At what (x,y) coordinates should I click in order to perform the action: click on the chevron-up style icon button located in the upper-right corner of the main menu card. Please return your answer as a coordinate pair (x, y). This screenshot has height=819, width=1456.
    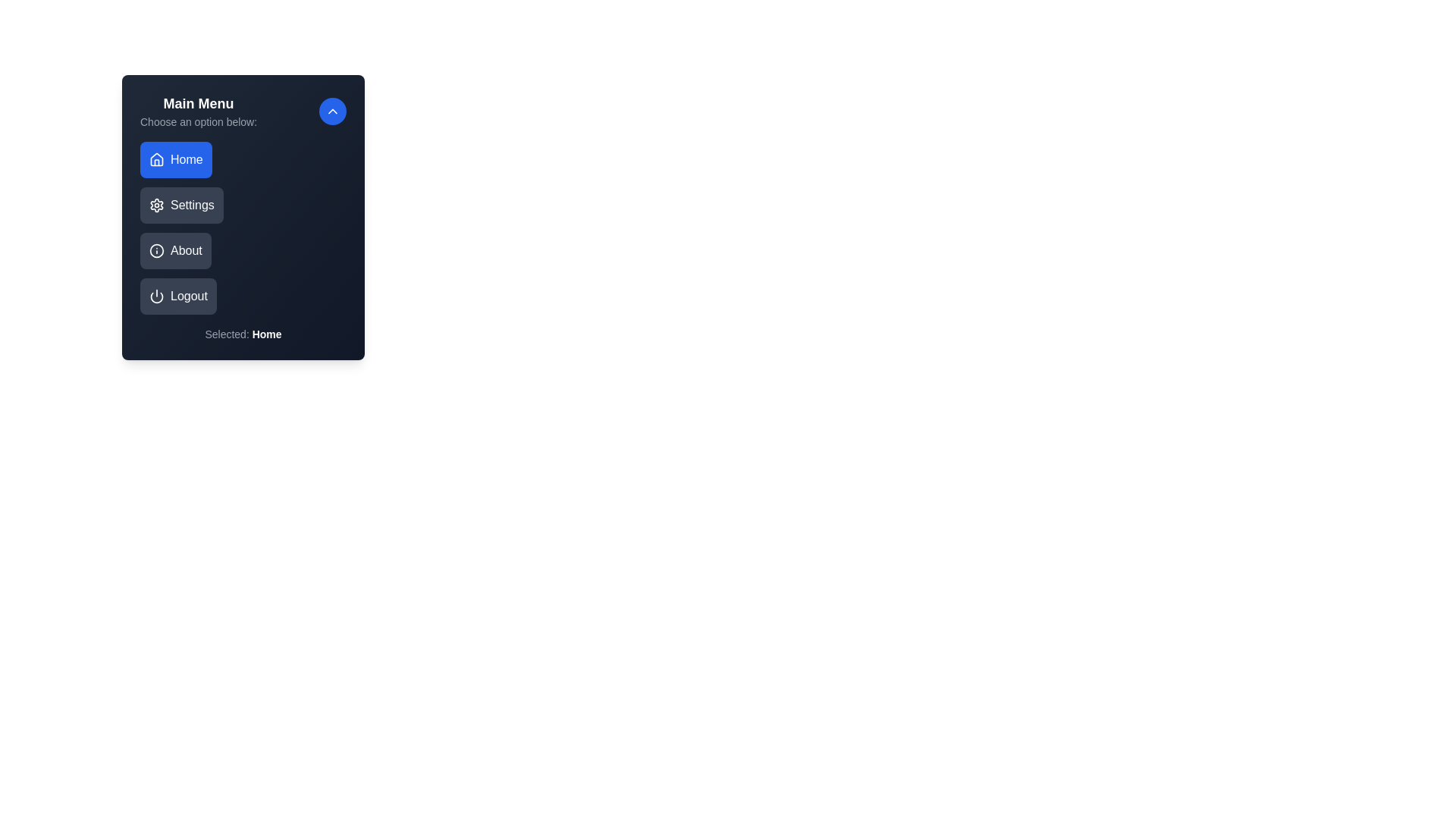
    Looking at the image, I should click on (331, 110).